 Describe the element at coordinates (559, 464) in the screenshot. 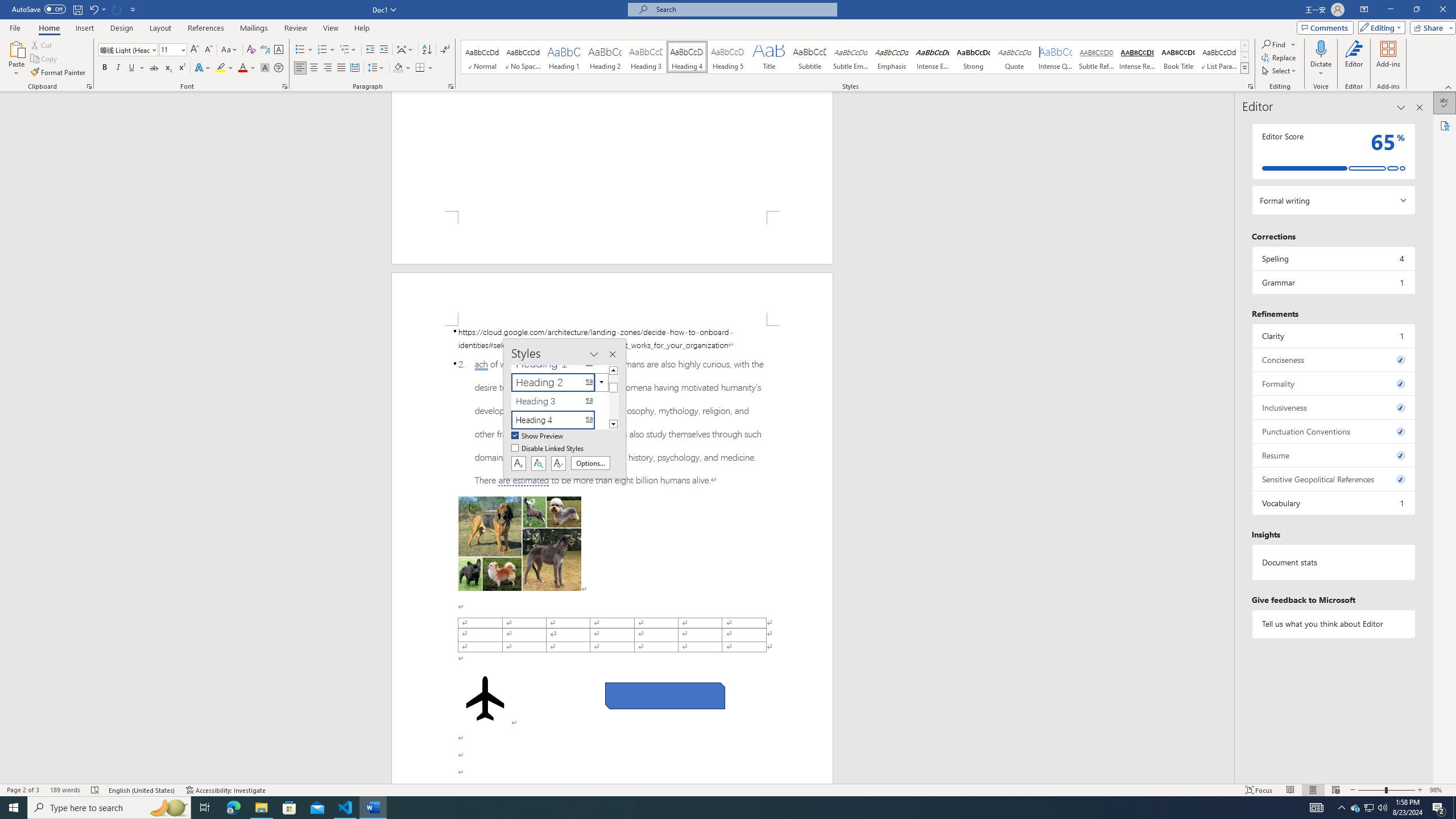

I see `'Class: NetUIButton'` at that location.